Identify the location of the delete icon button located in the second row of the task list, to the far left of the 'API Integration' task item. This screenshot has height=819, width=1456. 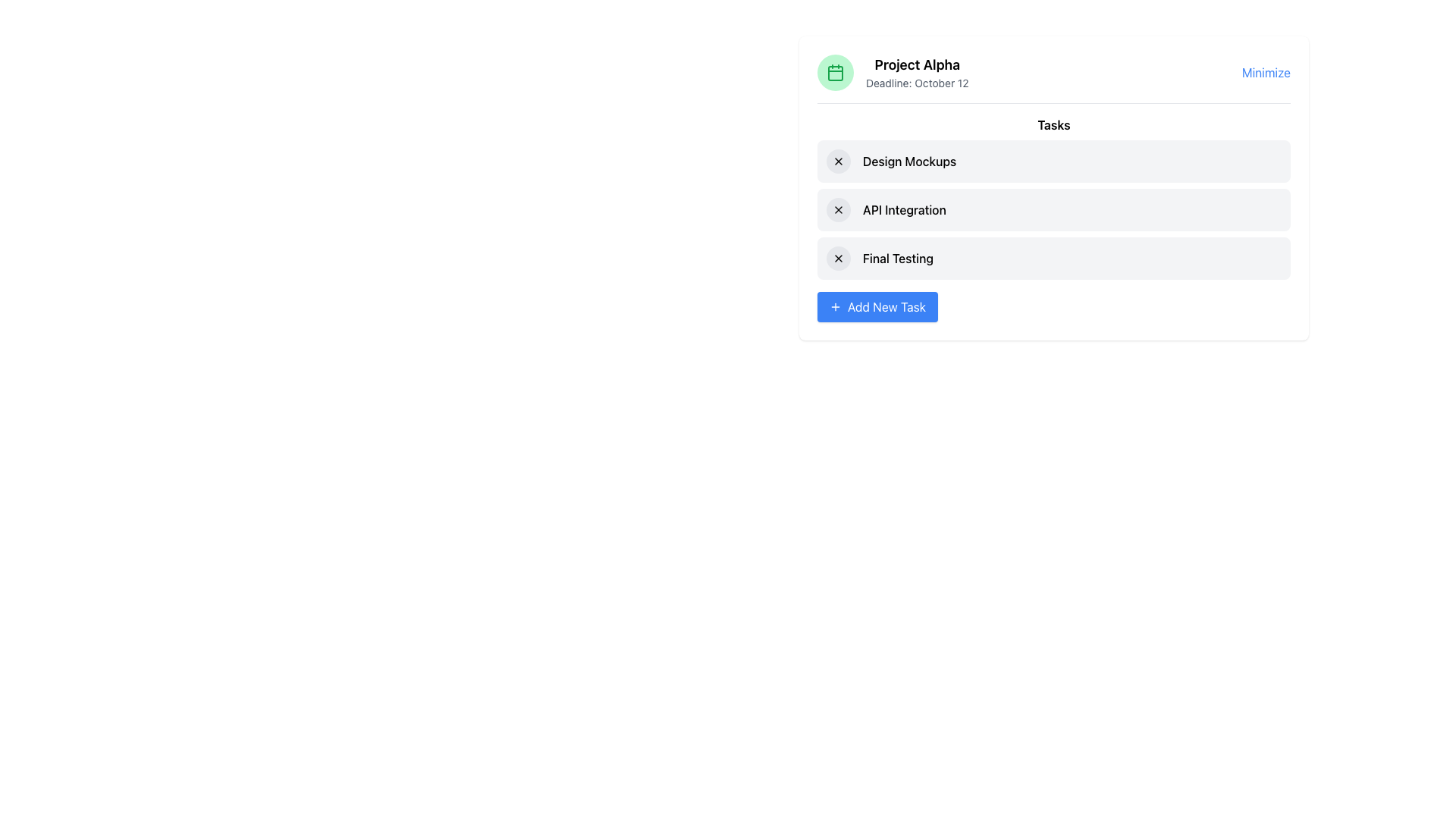
(837, 210).